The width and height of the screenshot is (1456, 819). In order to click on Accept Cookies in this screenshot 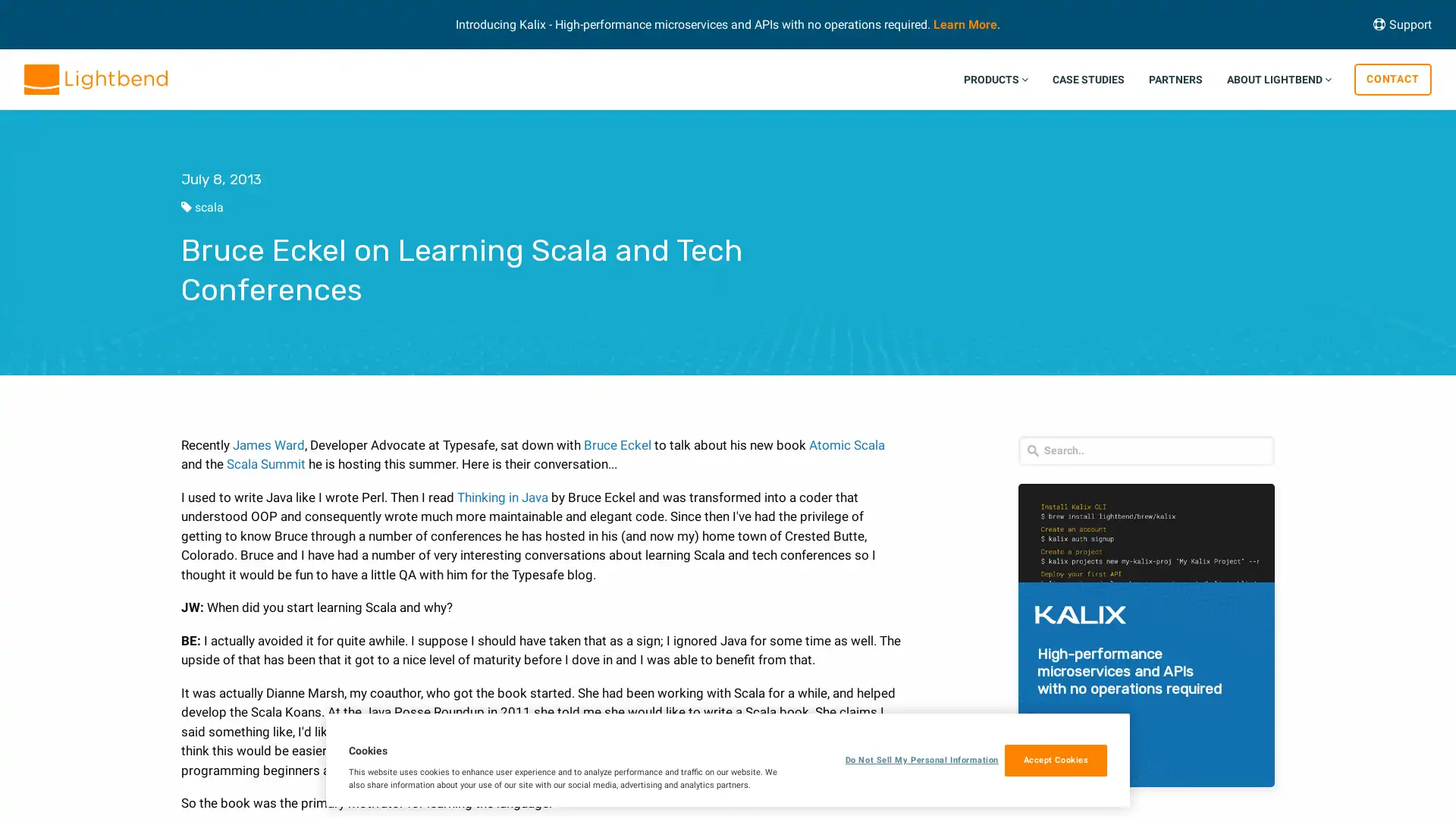, I will do `click(1055, 760)`.